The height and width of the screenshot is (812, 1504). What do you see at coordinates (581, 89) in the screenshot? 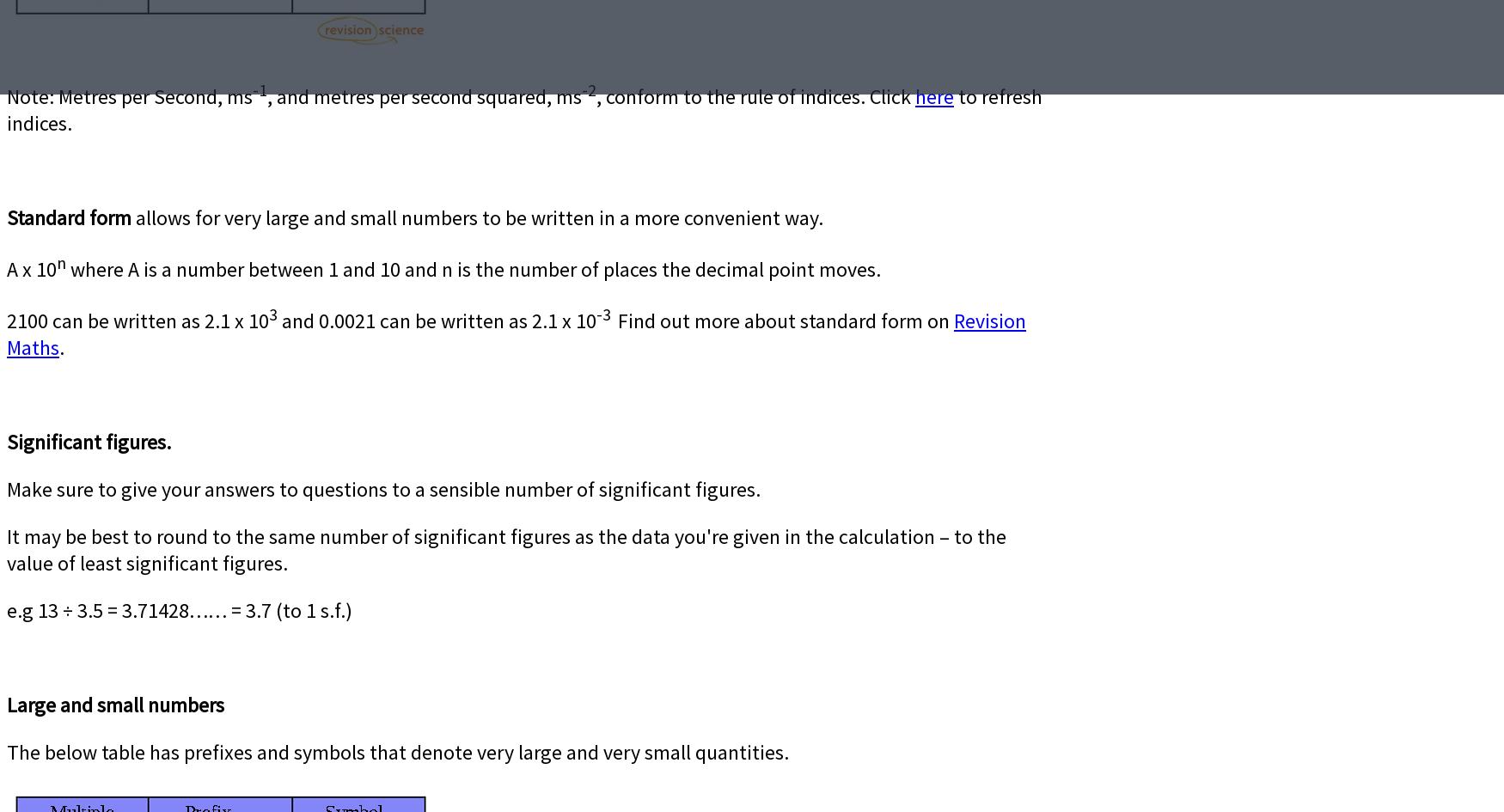
I see `'-2'` at bounding box center [581, 89].